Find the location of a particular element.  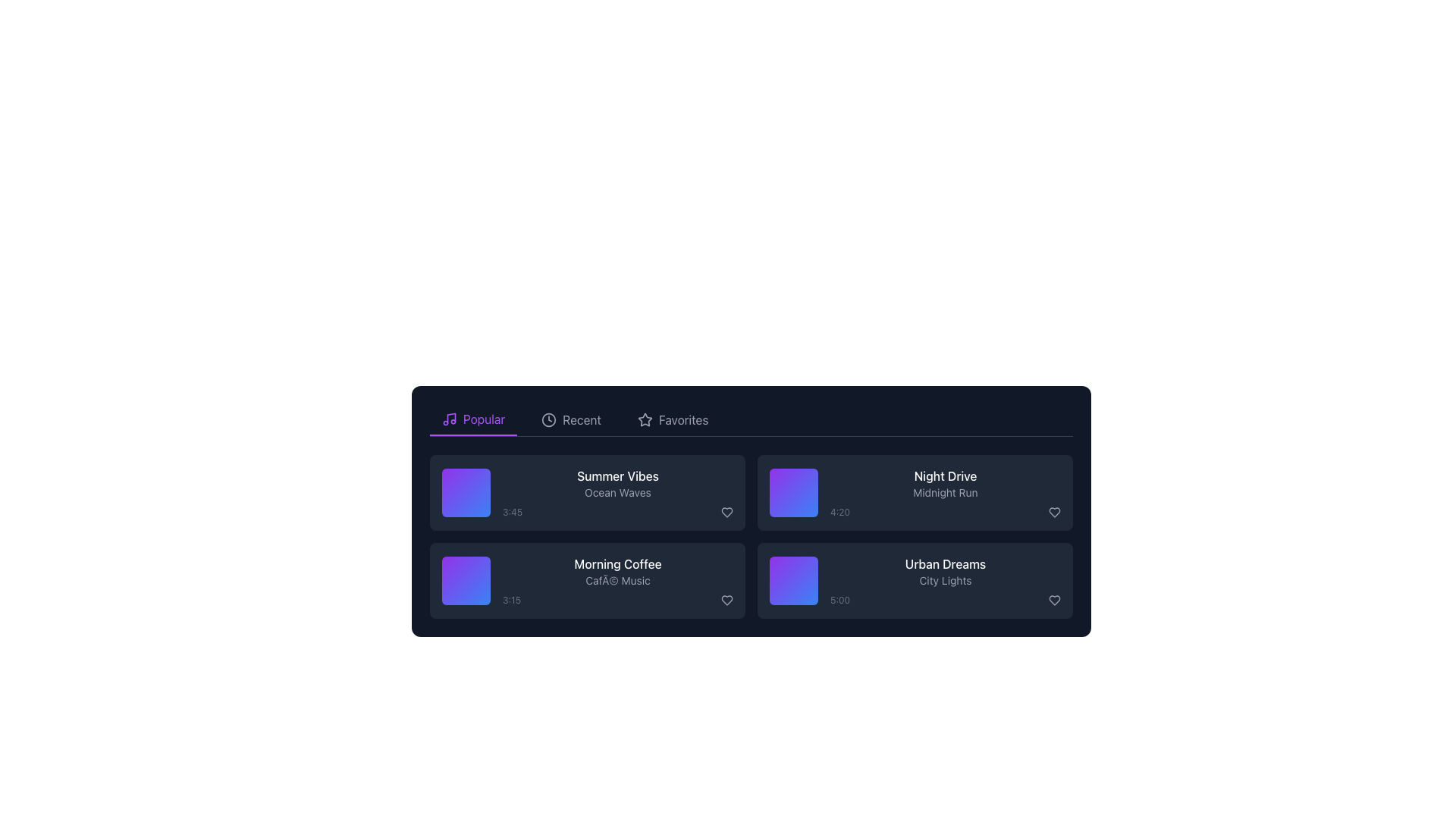

the favorite toggle icon located in the bottom-right corner of the second item in the left column of the grid layout beneath the 'Popular' tab is located at coordinates (726, 599).